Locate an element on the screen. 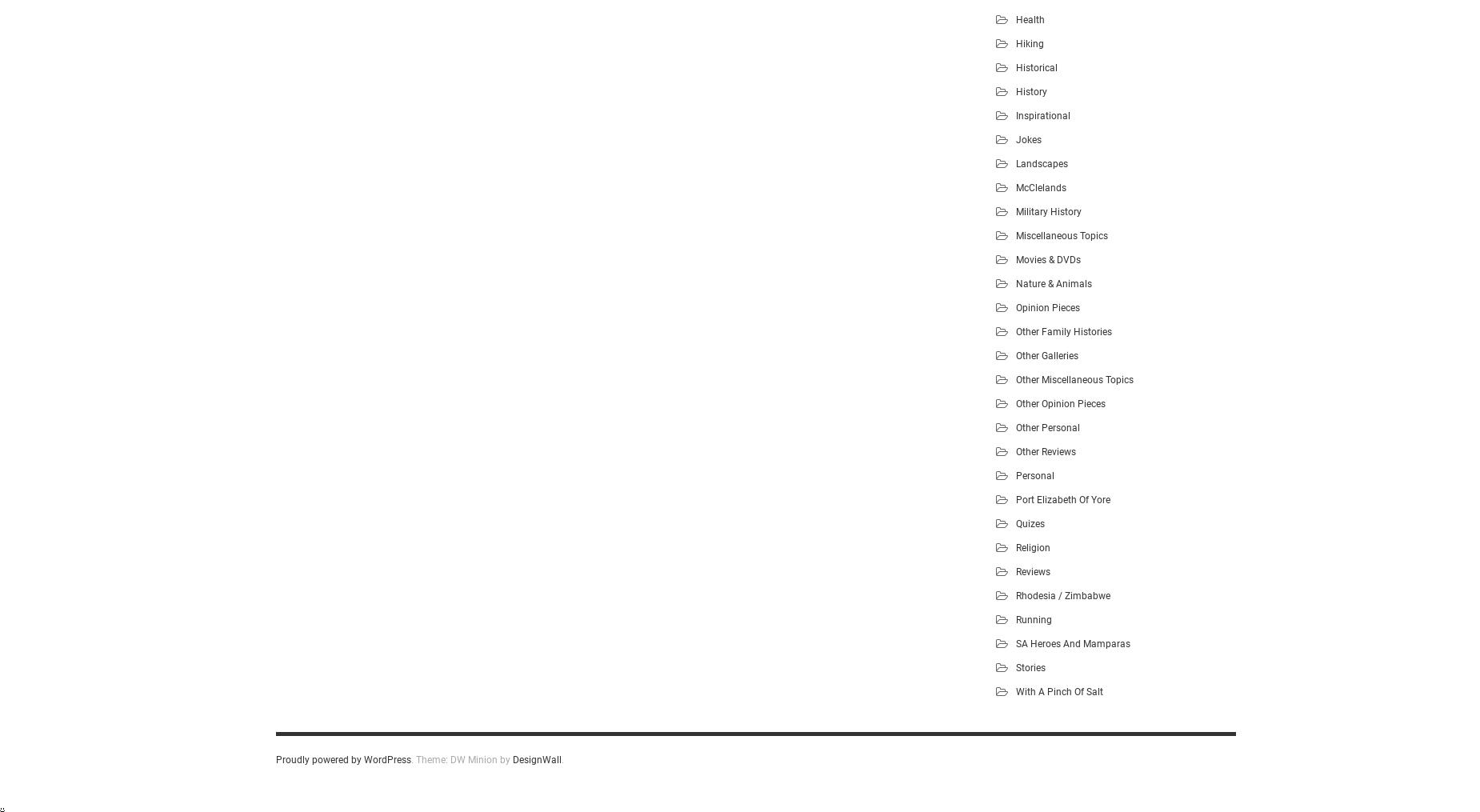 This screenshot has width=1480, height=812. 'Hiking' is located at coordinates (1029, 42).